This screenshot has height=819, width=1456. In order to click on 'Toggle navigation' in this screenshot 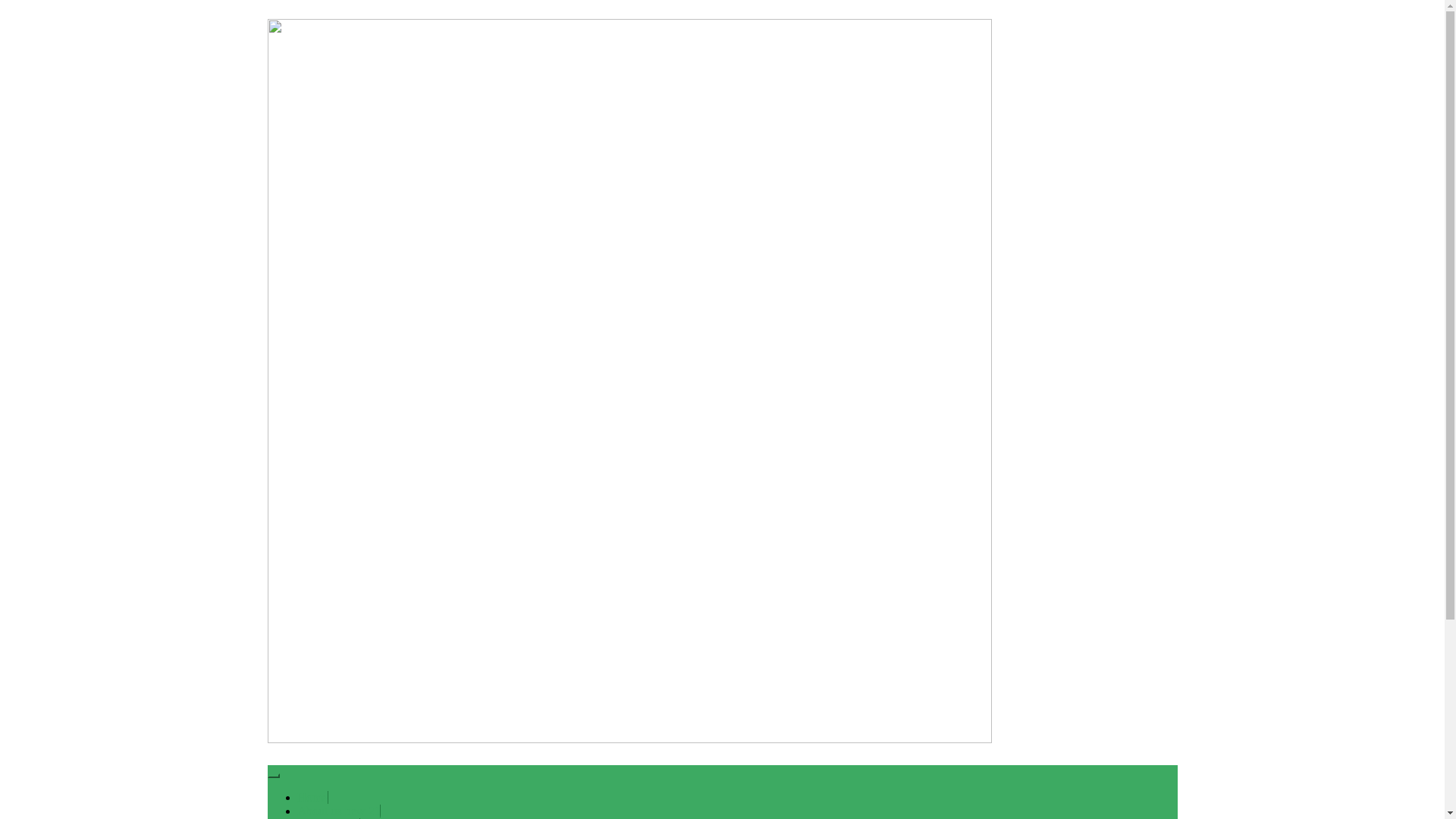, I will do `click(273, 775)`.